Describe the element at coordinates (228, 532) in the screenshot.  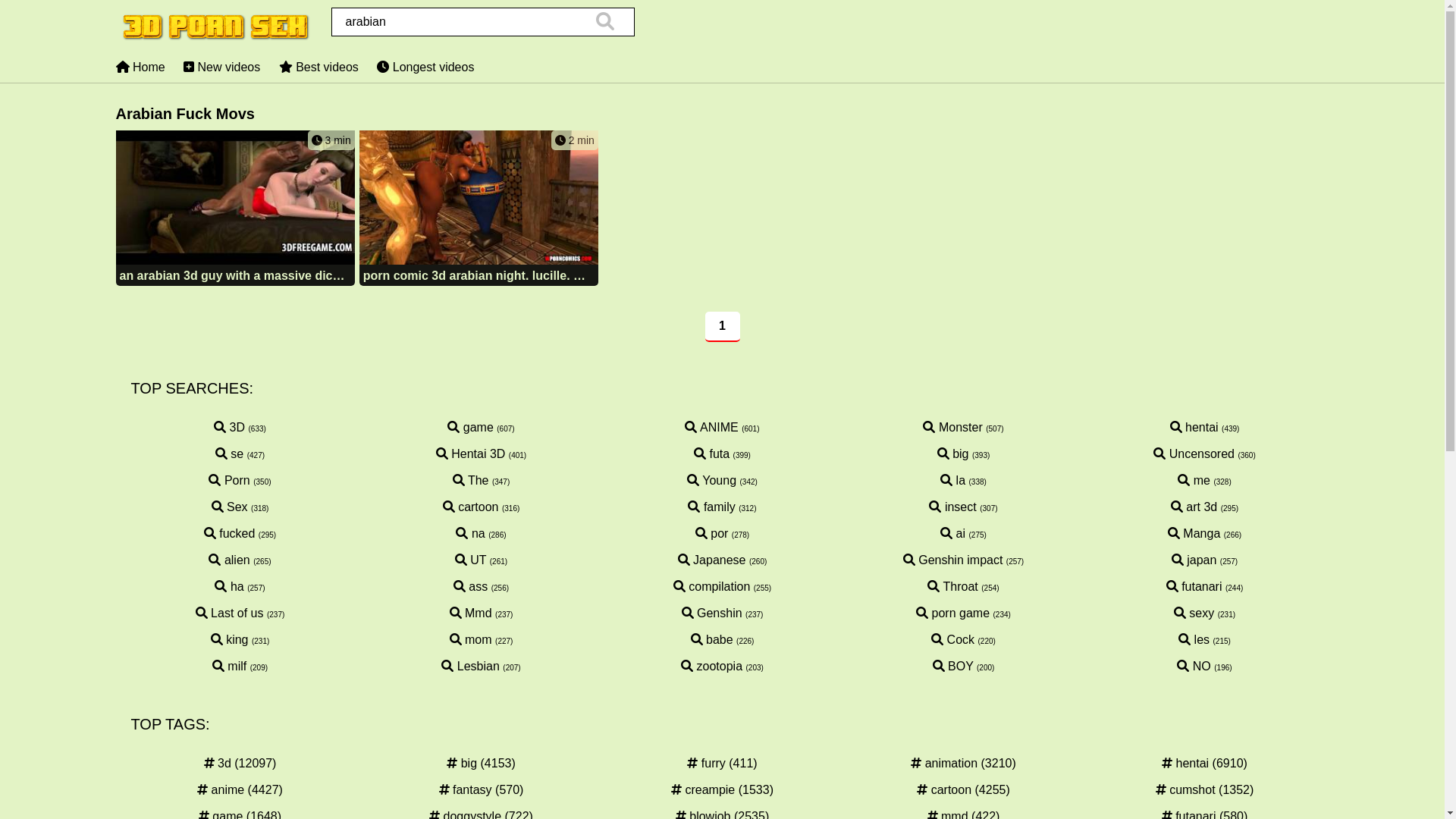
I see `'fucked'` at that location.